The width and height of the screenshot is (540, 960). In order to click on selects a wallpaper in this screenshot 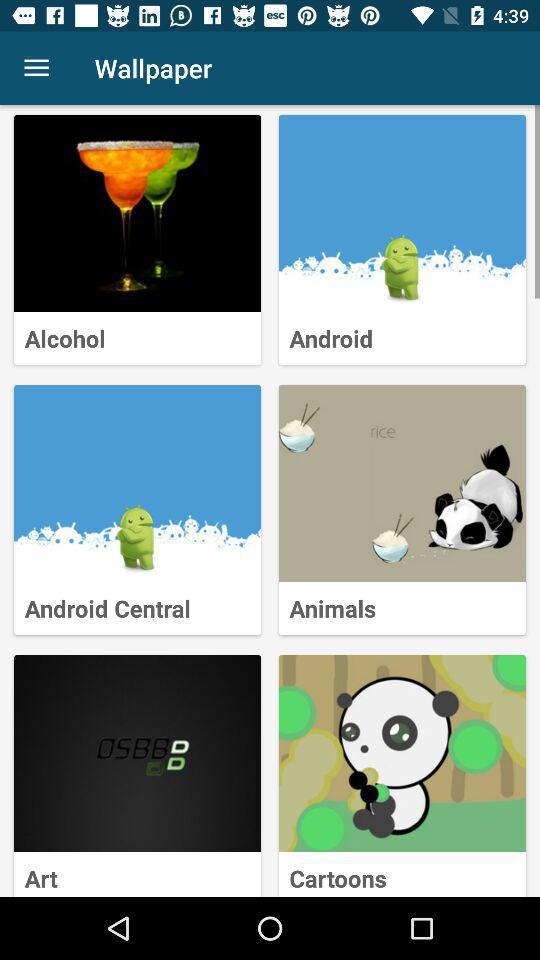, I will do `click(136, 213)`.